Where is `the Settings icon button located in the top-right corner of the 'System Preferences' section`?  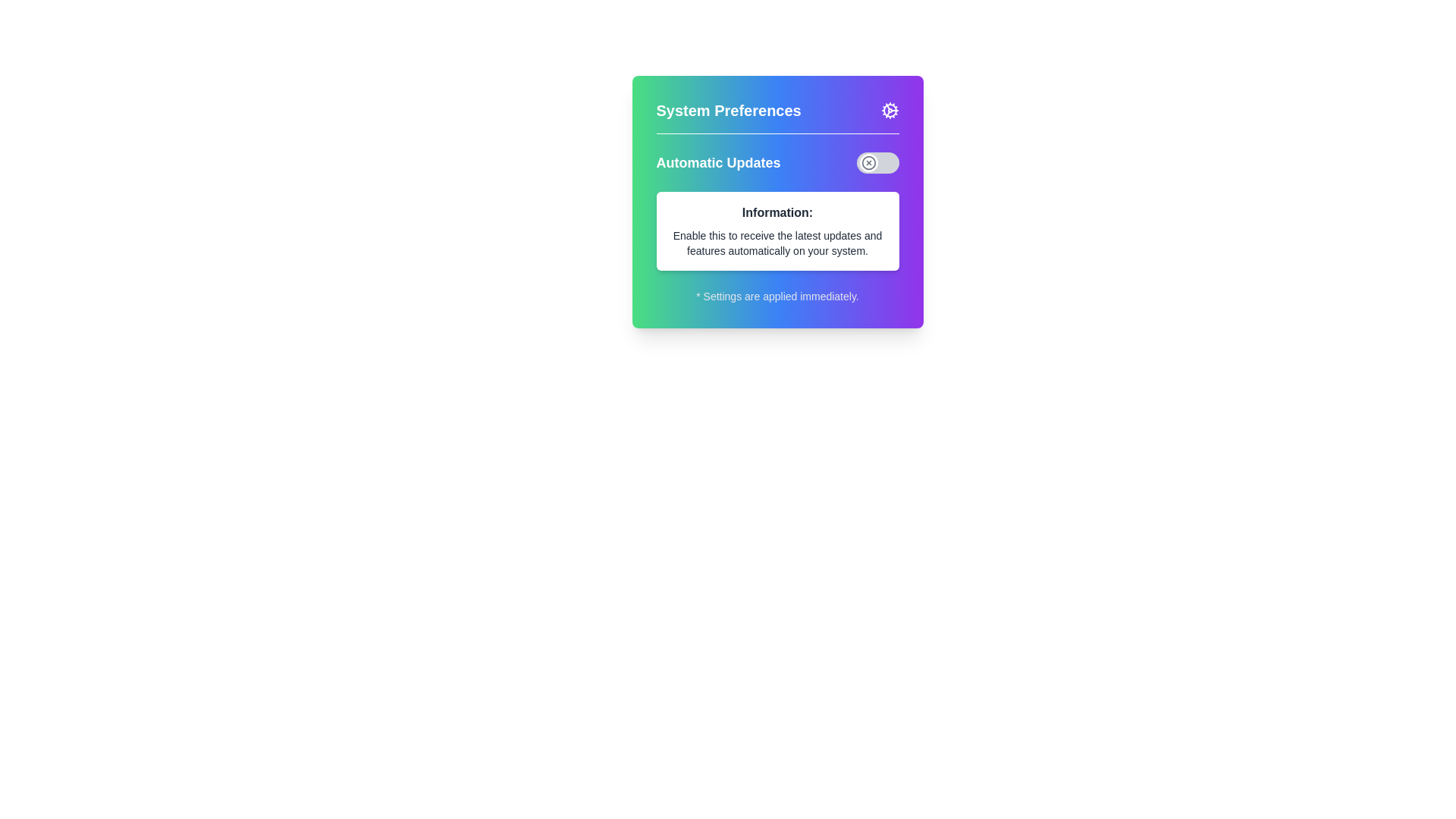 the Settings icon button located in the top-right corner of the 'System Preferences' section is located at coordinates (890, 110).